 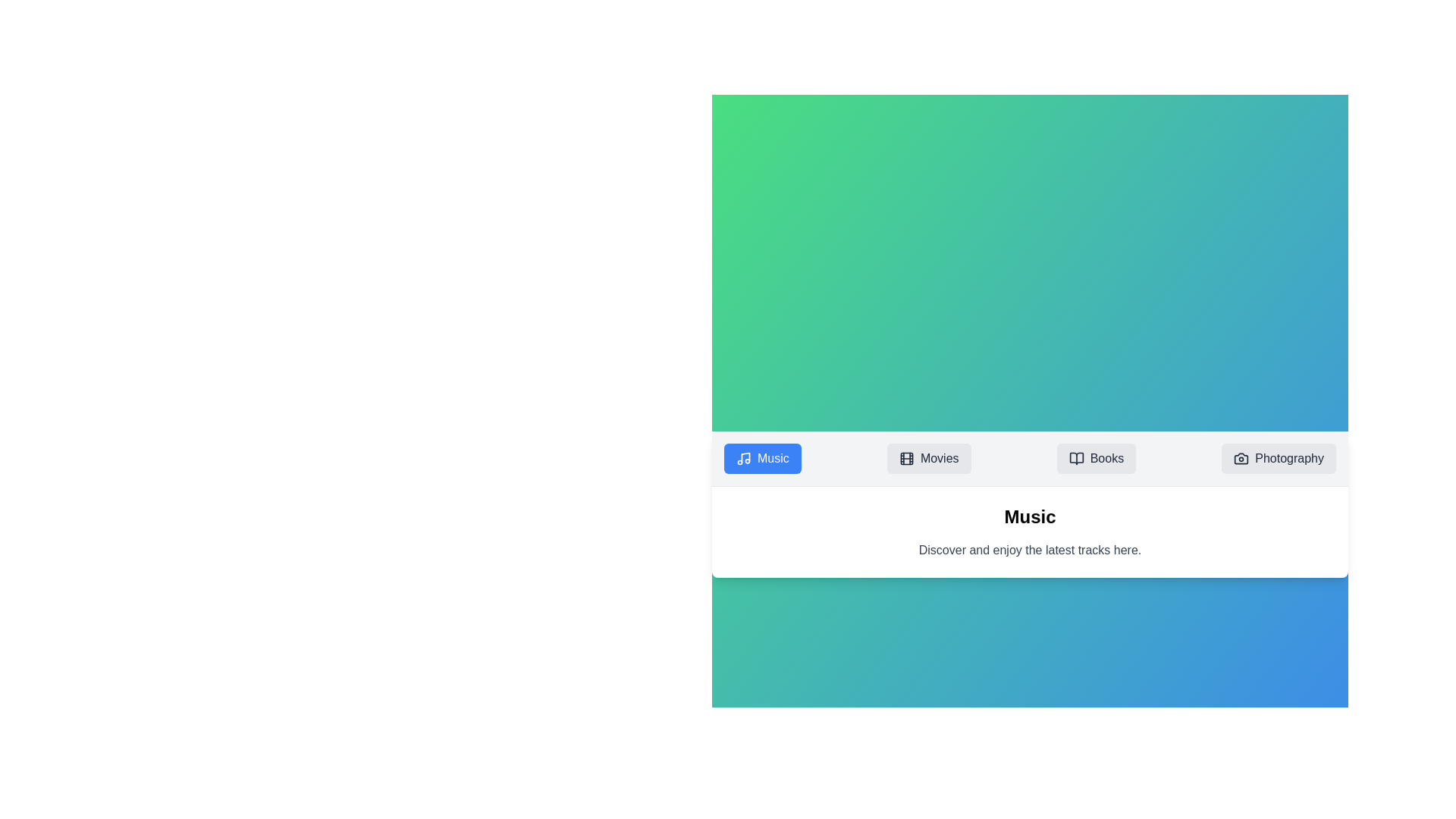 What do you see at coordinates (743, 457) in the screenshot?
I see `the 'Music' icon in the navigation bar` at bounding box center [743, 457].